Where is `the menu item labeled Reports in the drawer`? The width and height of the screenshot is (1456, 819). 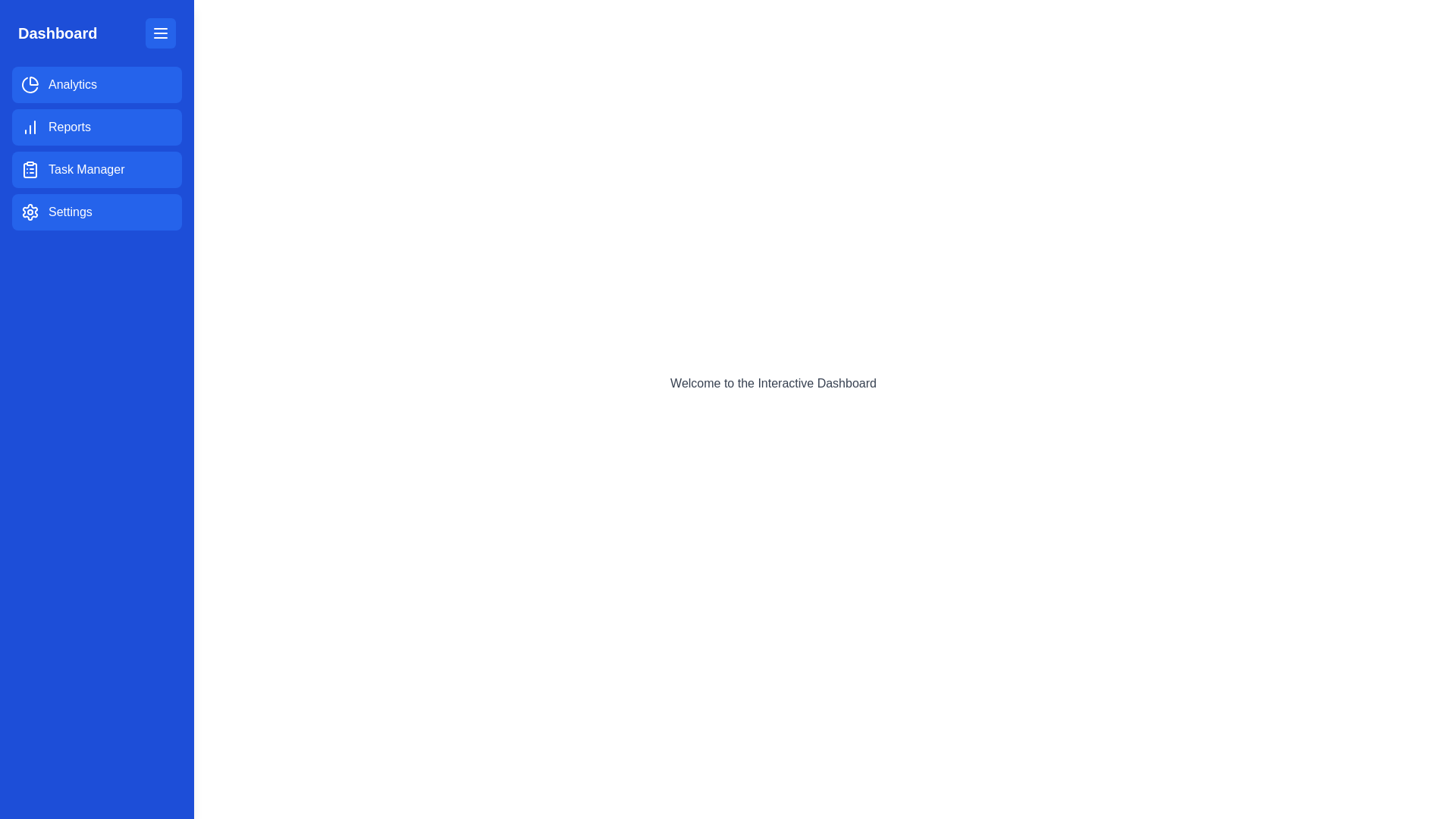 the menu item labeled Reports in the drawer is located at coordinates (96, 127).